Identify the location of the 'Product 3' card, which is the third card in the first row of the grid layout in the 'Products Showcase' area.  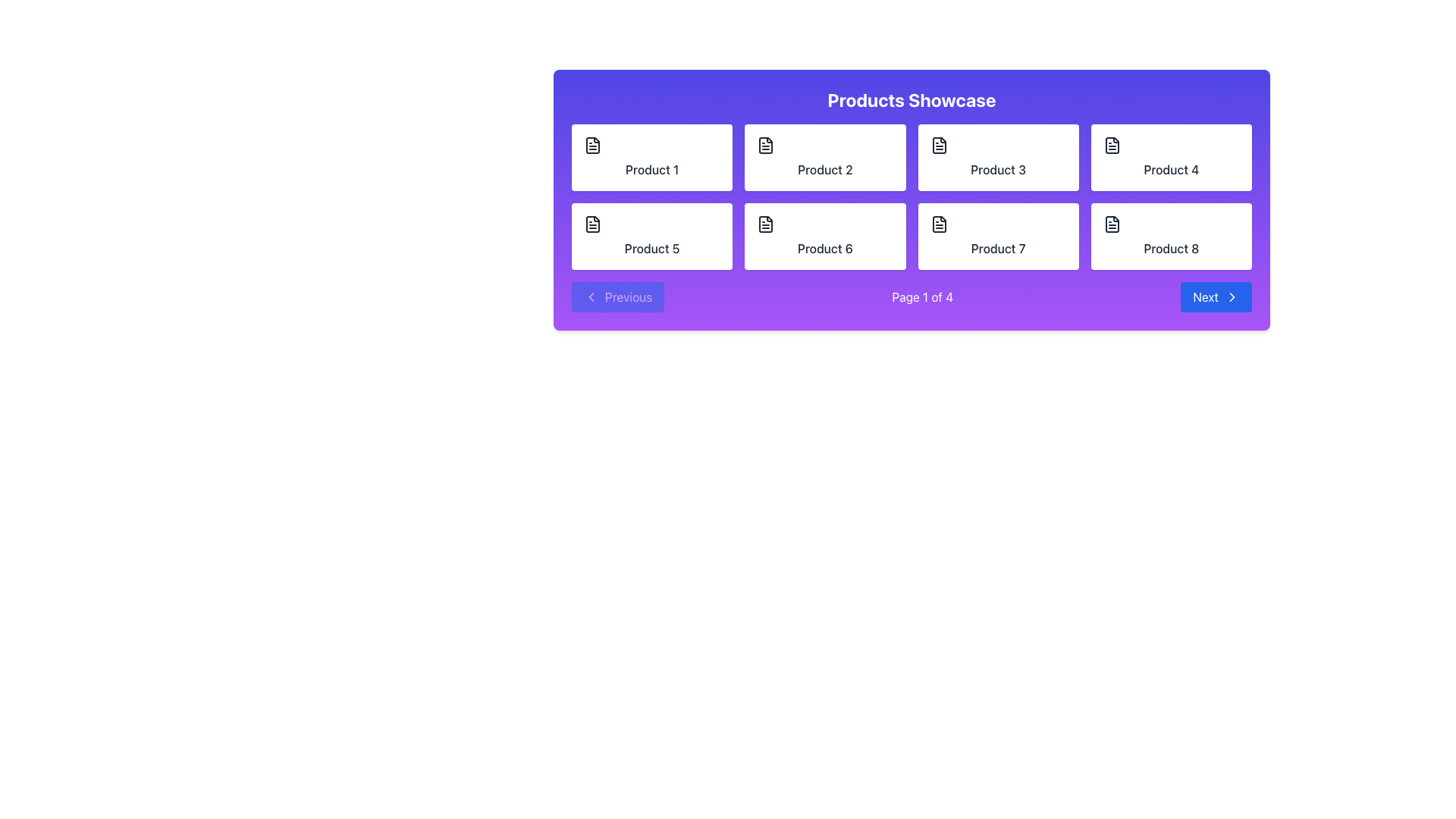
(998, 158).